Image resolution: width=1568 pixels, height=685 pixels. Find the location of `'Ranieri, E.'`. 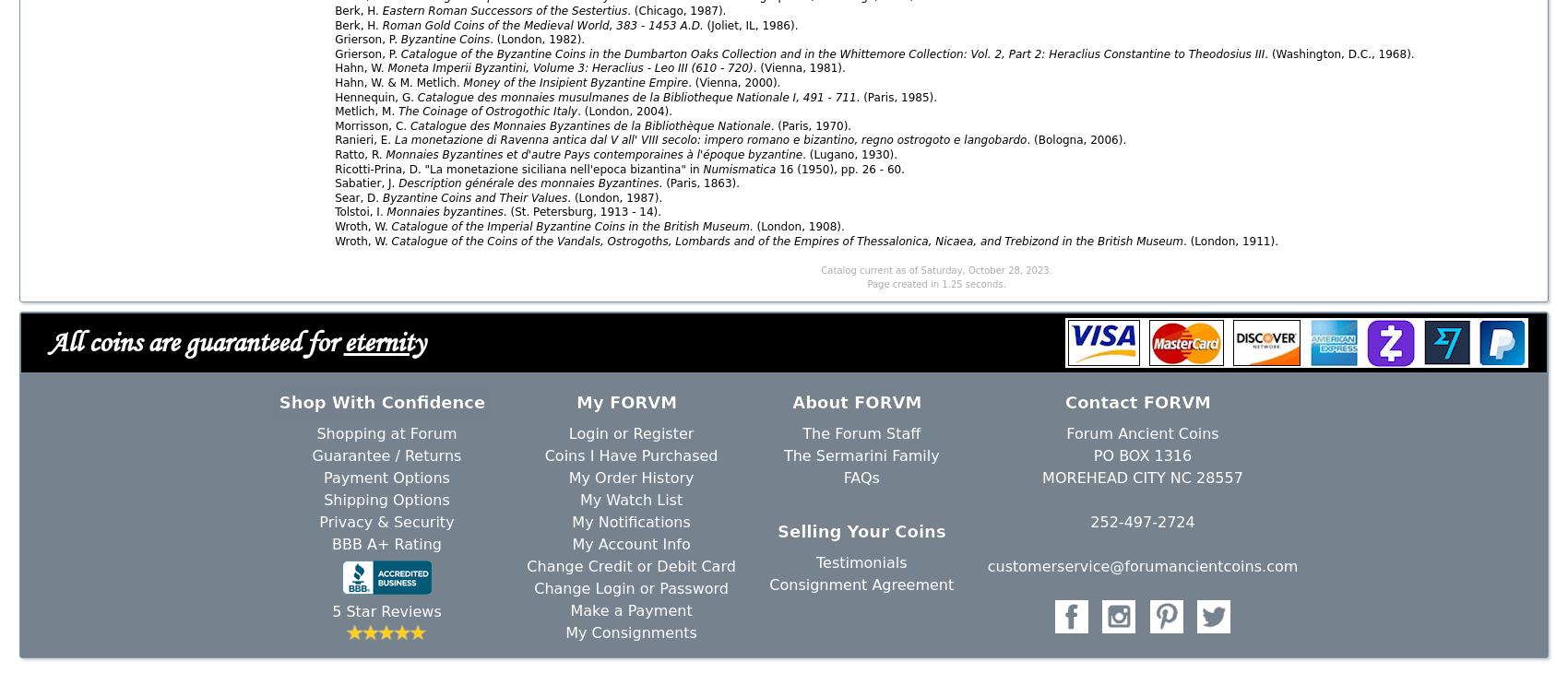

'Ranieri, E.' is located at coordinates (363, 139).